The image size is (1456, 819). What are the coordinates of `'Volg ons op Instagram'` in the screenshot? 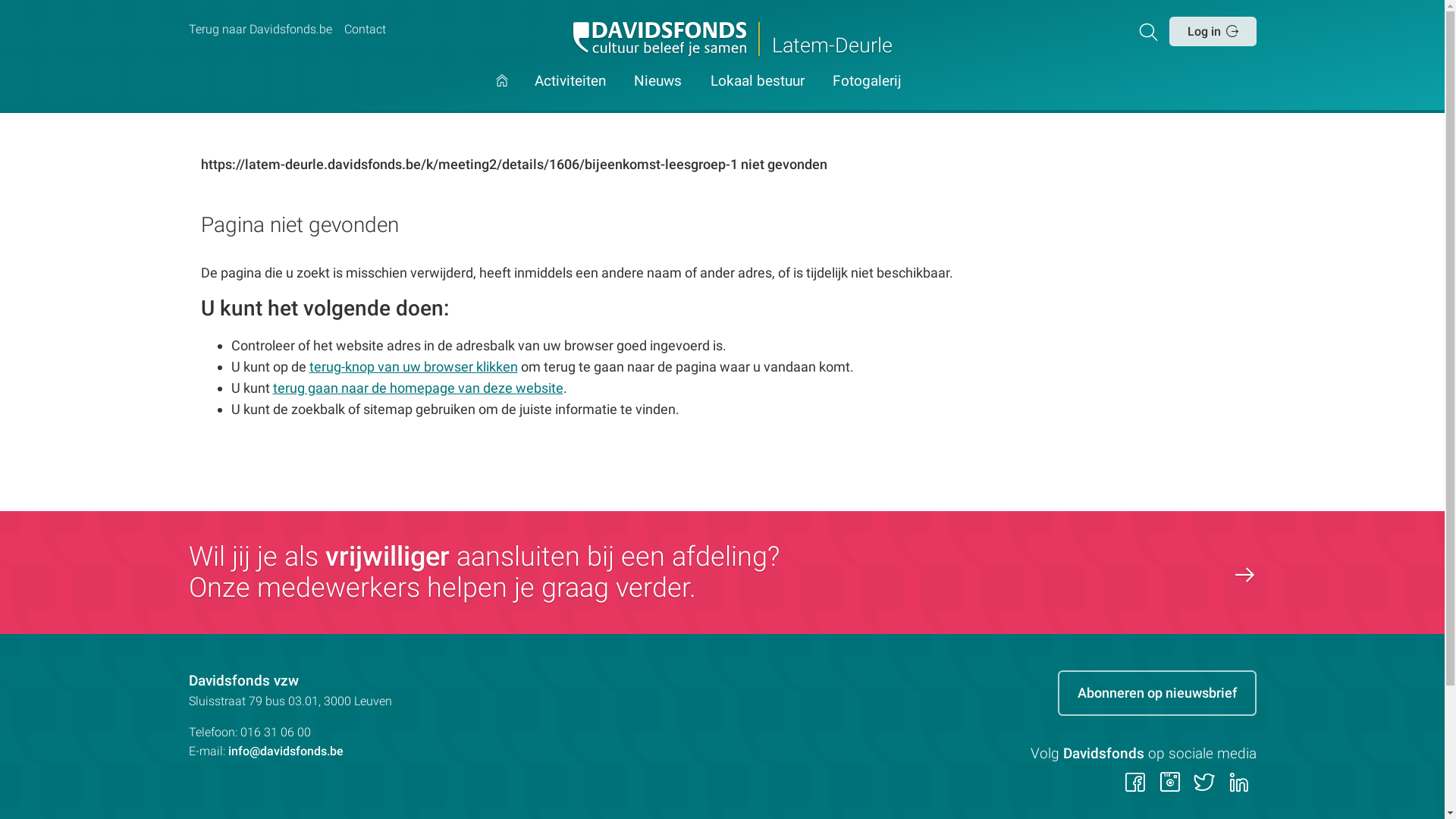 It's located at (1169, 783).